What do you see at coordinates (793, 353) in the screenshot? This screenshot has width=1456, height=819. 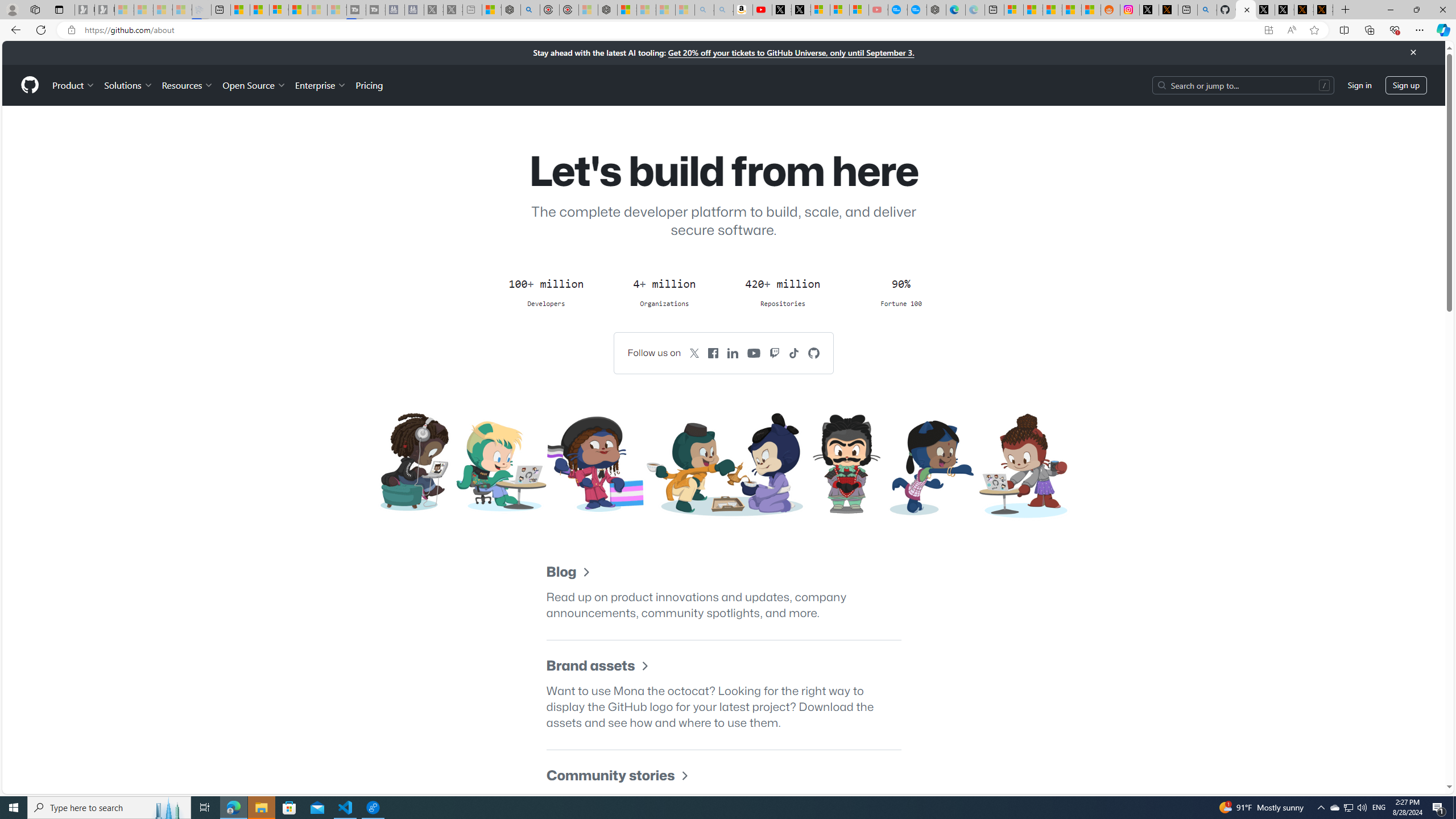 I see `'GitHub on TikTok'` at bounding box center [793, 353].